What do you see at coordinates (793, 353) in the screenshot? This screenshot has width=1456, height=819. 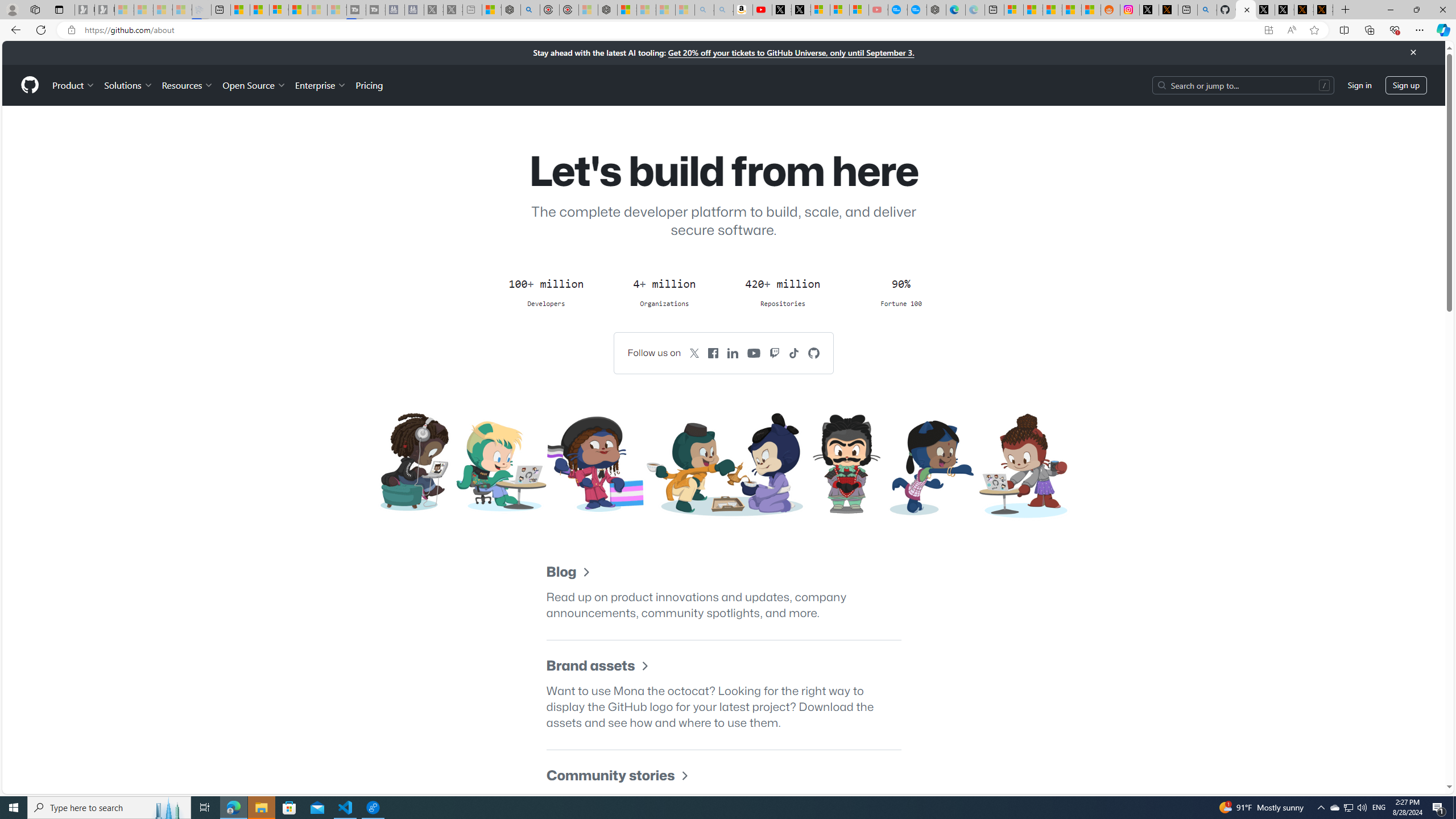 I see `'GitHub on TikTok'` at bounding box center [793, 353].